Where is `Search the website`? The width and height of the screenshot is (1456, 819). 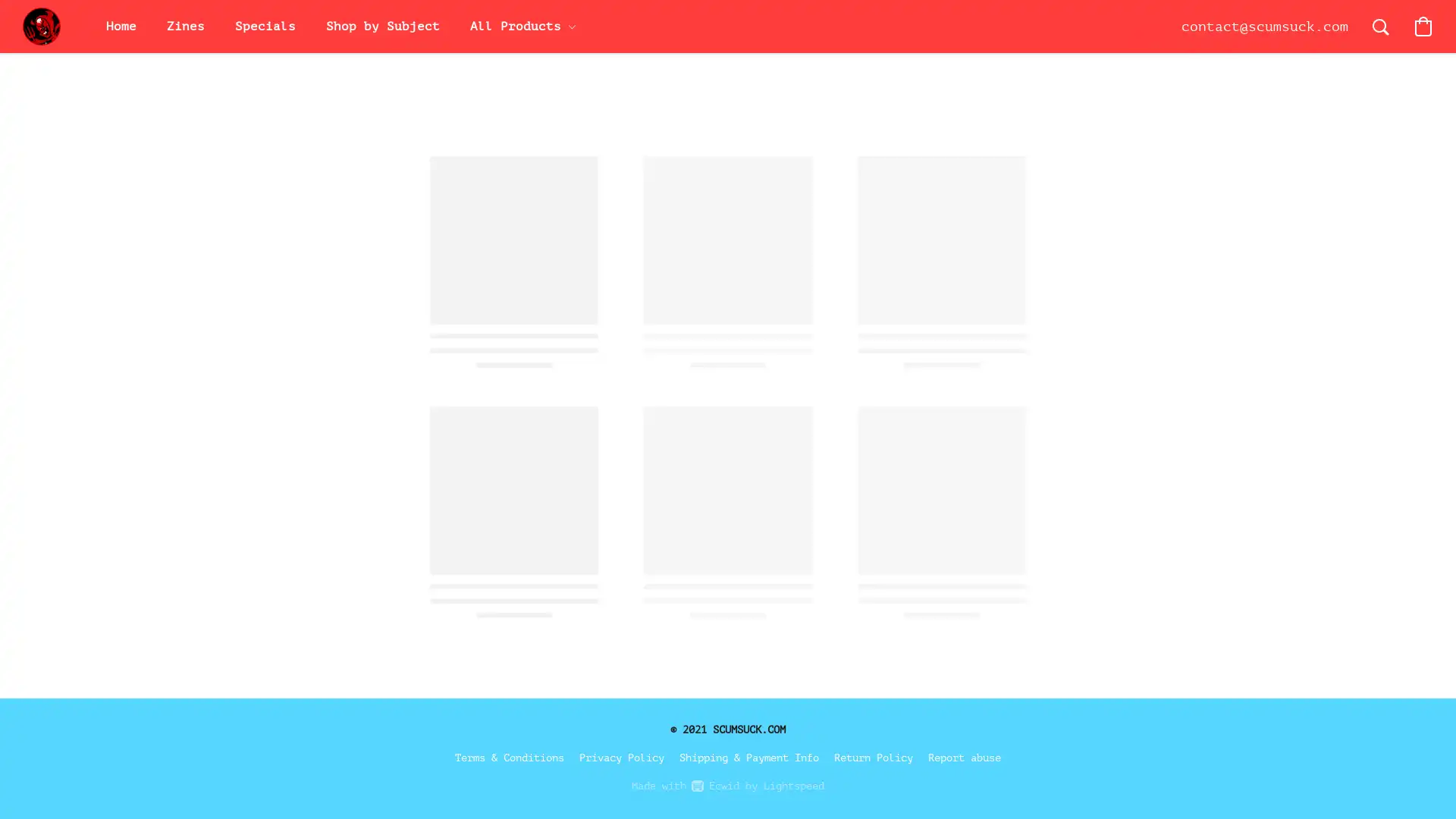
Search the website is located at coordinates (1380, 26).